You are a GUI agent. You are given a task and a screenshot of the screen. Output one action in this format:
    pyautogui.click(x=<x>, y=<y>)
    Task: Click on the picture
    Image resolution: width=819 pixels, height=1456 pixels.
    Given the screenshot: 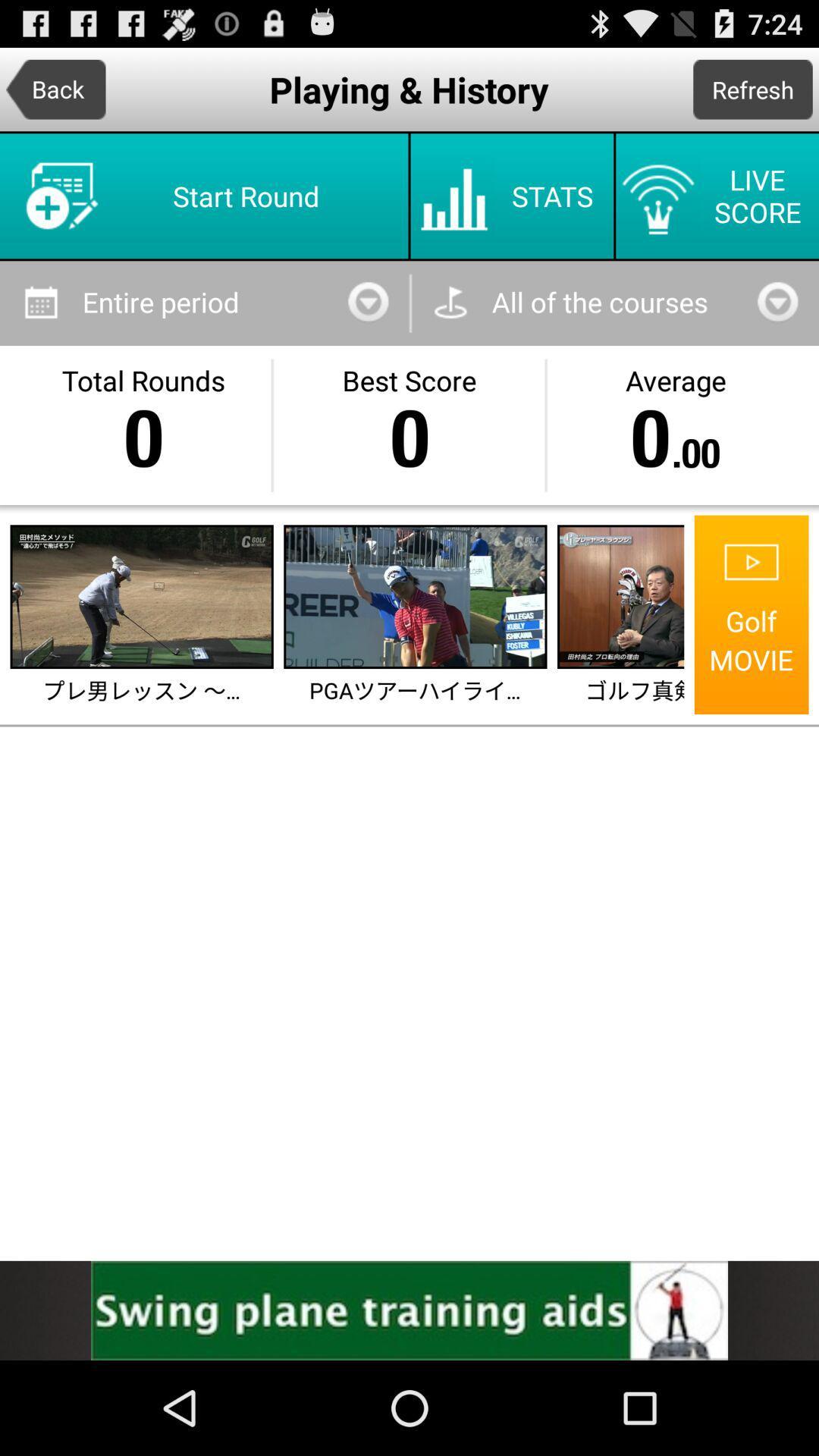 What is the action you would take?
    pyautogui.click(x=622, y=596)
    